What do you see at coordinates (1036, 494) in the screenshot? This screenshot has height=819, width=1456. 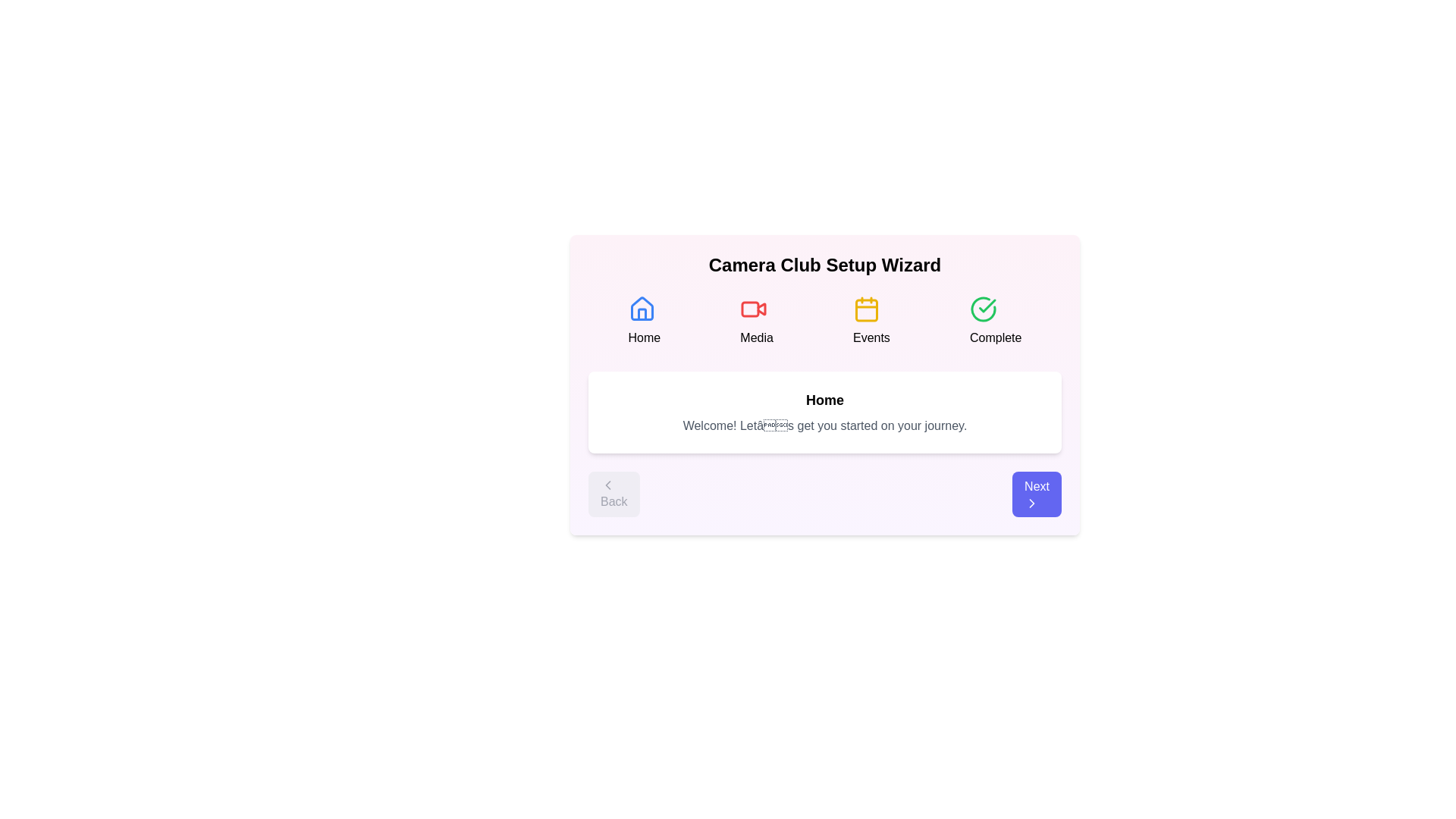 I see `the 'Next' button to proceed to the next step` at bounding box center [1036, 494].